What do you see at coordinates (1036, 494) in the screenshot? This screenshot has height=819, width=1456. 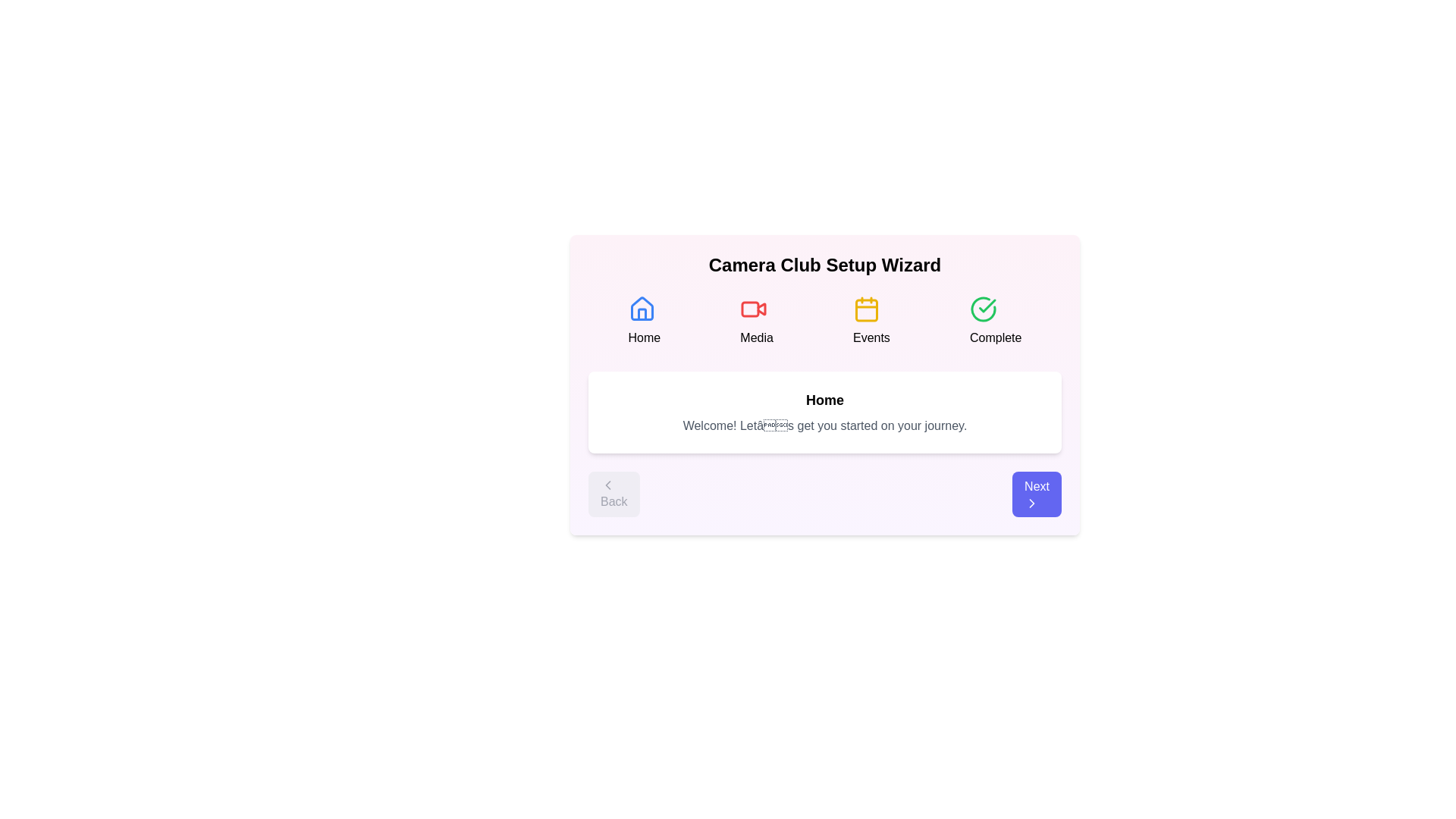 I see `the 'Next' button to proceed to the next step` at bounding box center [1036, 494].